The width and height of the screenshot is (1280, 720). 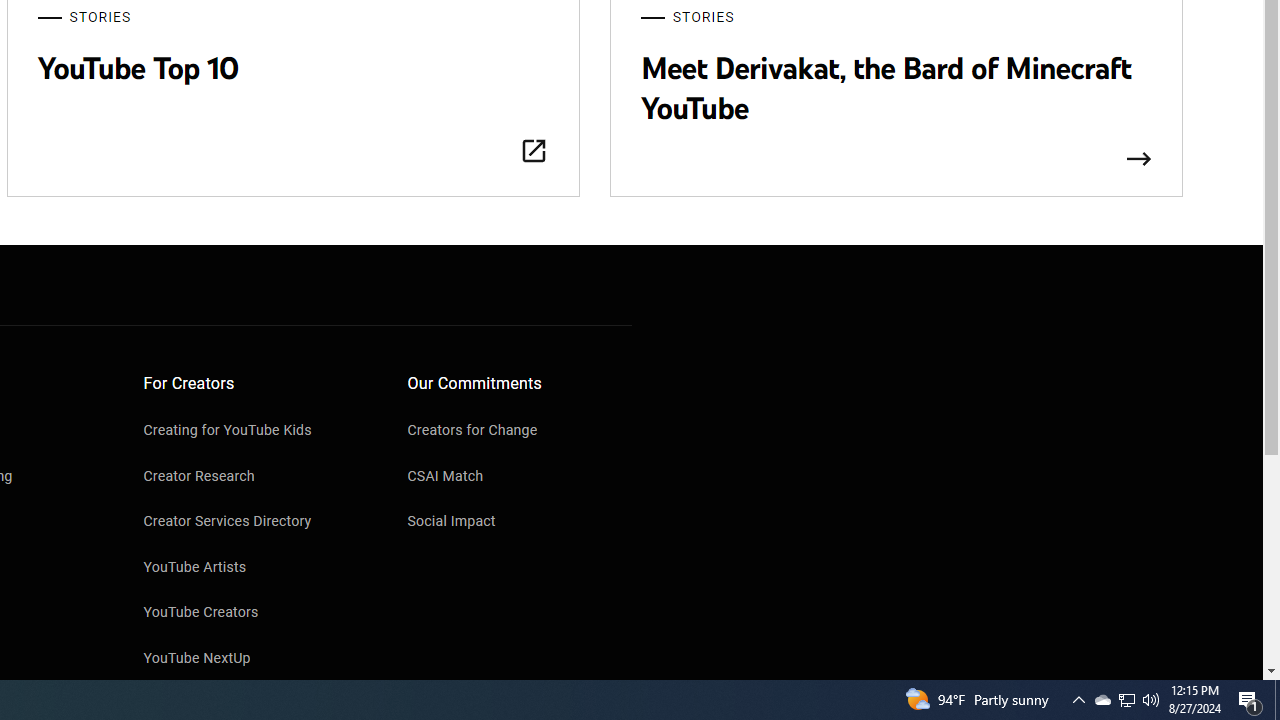 What do you see at coordinates (519, 431) in the screenshot?
I see `'Creators for Change'` at bounding box center [519, 431].